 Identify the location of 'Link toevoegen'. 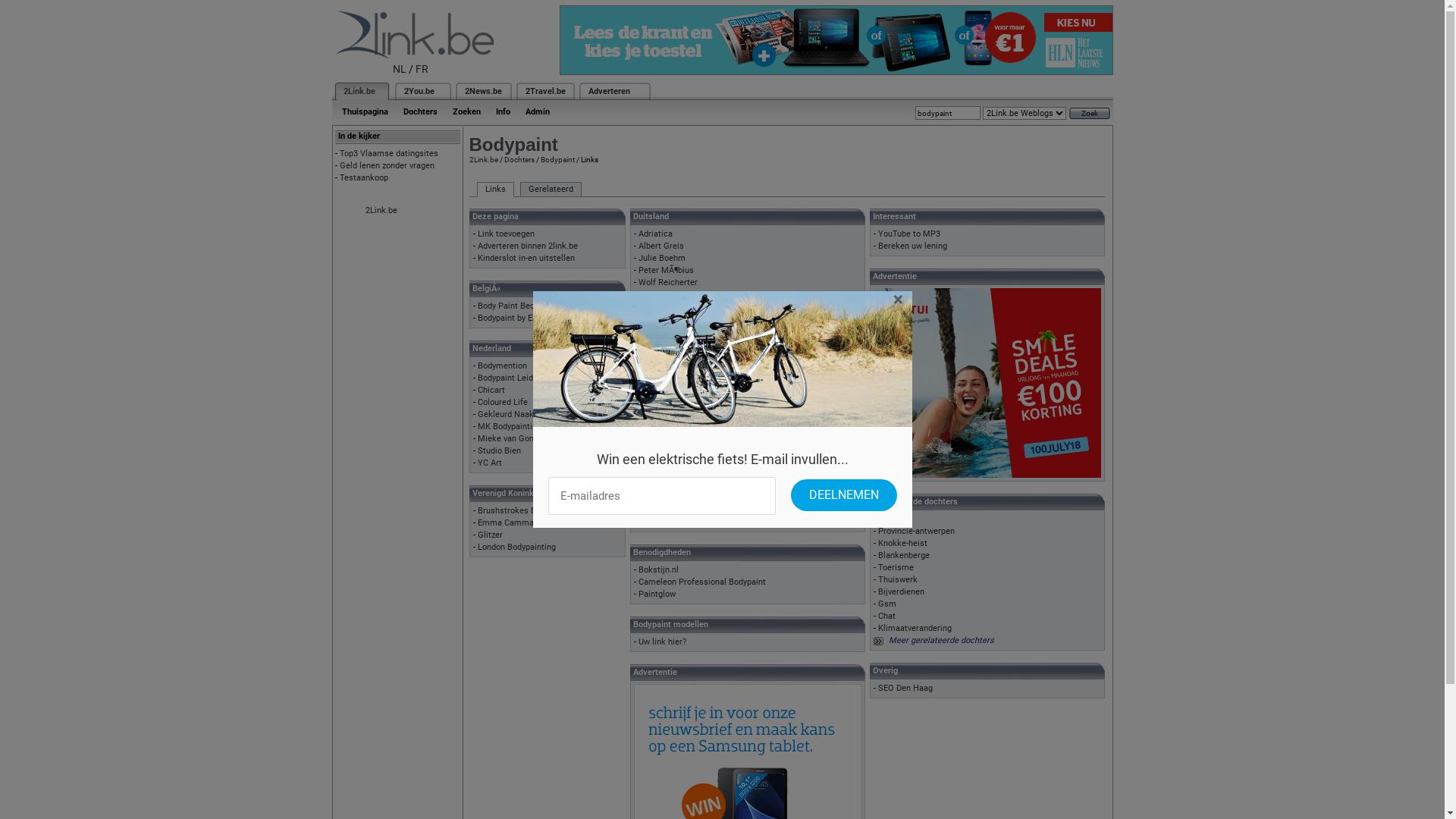
(506, 234).